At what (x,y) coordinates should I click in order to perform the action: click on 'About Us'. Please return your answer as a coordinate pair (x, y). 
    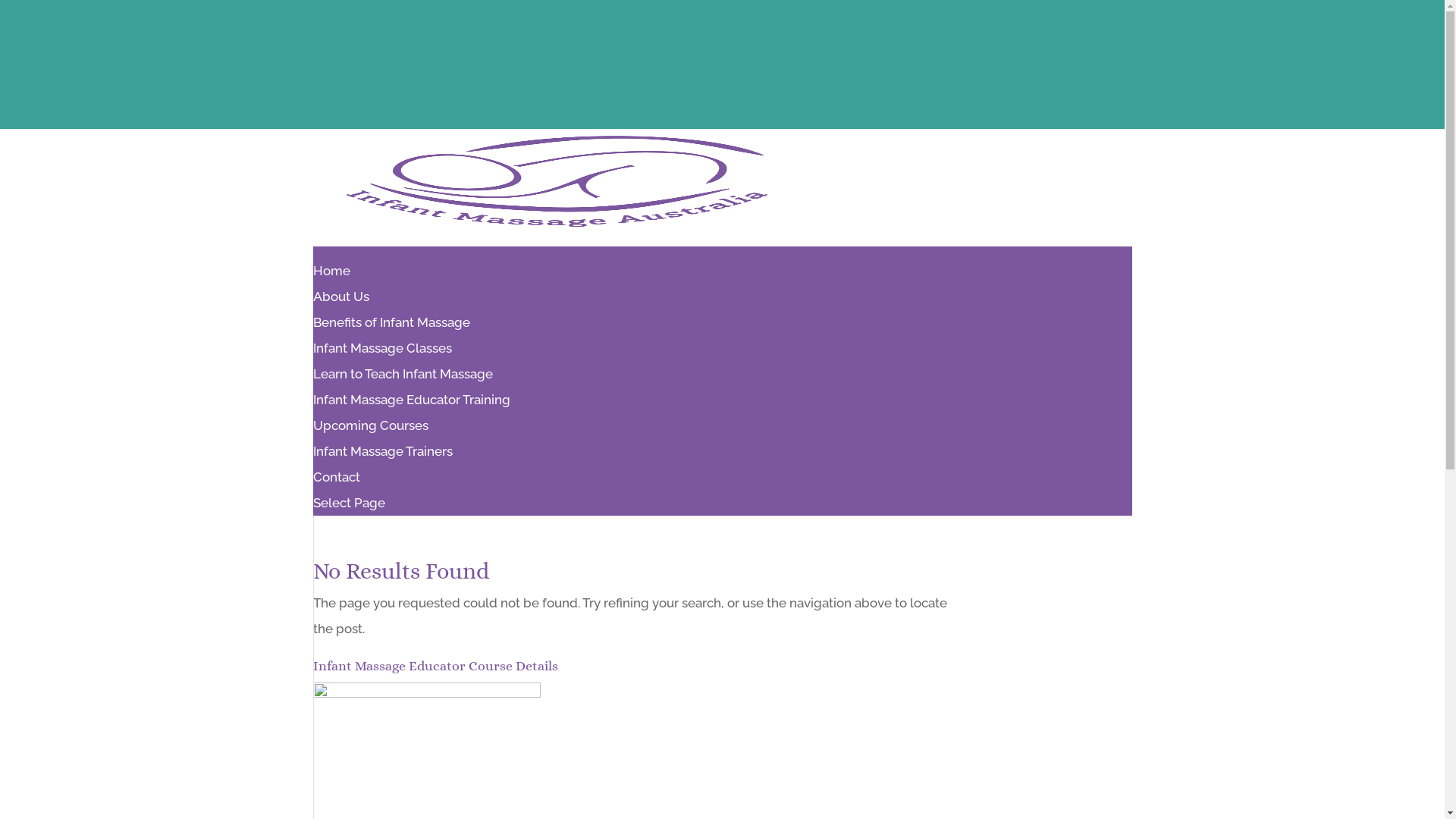
    Looking at the image, I should click on (312, 304).